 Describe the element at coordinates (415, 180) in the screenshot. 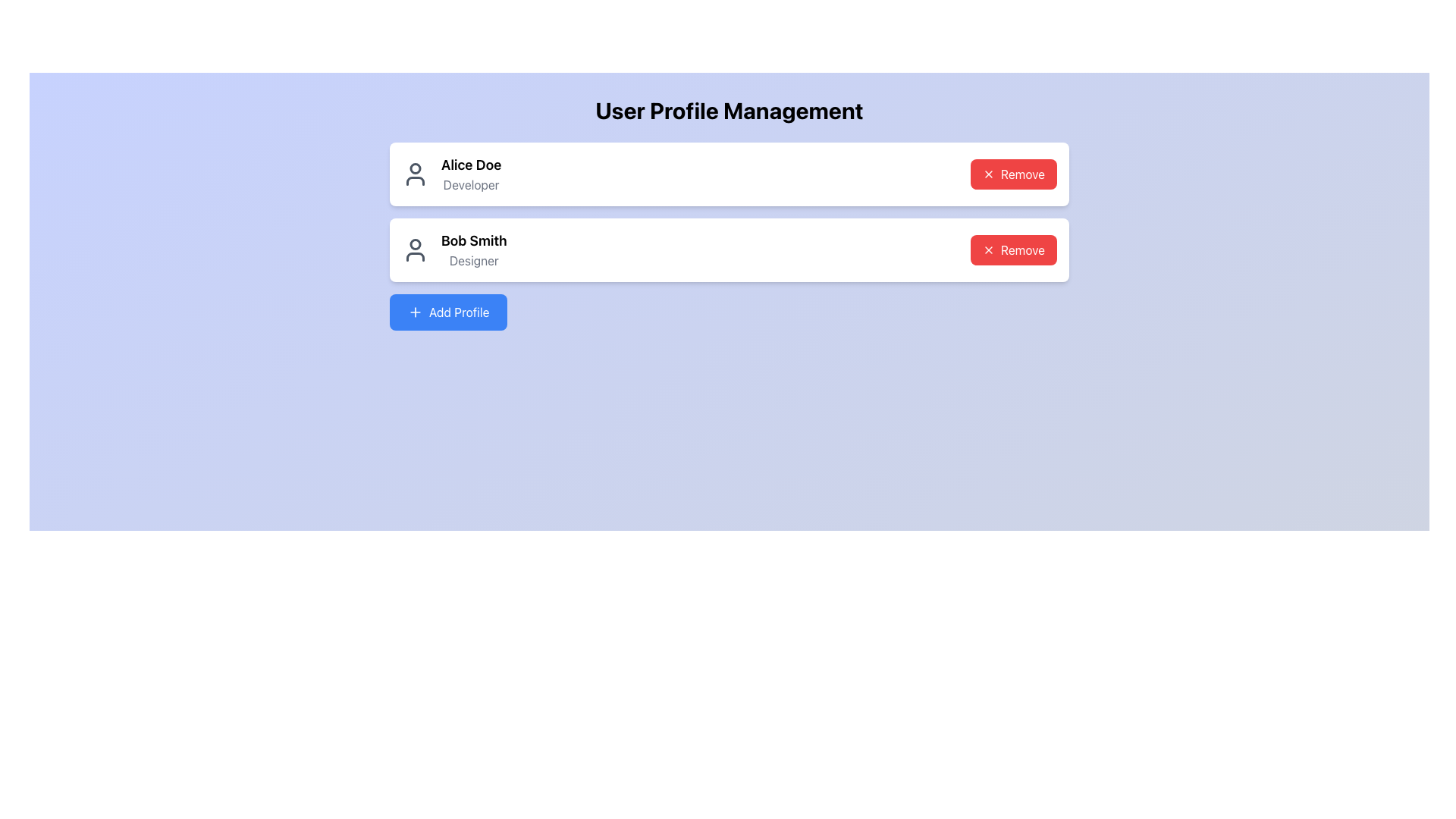

I see `the bottom half of the person icon within Alice Doe's profile card for potential interaction` at that location.